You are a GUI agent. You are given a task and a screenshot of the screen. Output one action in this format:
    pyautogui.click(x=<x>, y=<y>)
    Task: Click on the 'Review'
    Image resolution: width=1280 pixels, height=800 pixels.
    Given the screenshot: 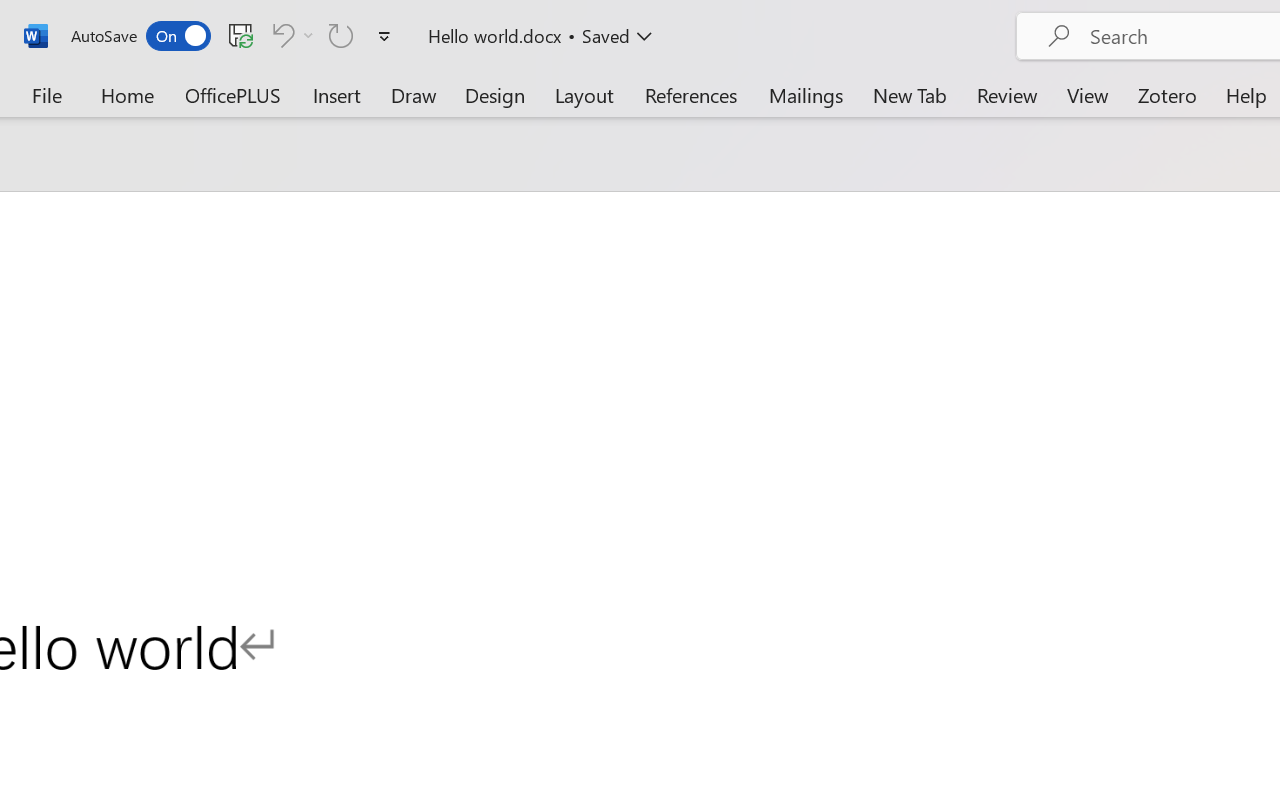 What is the action you would take?
    pyautogui.click(x=1007, y=94)
    